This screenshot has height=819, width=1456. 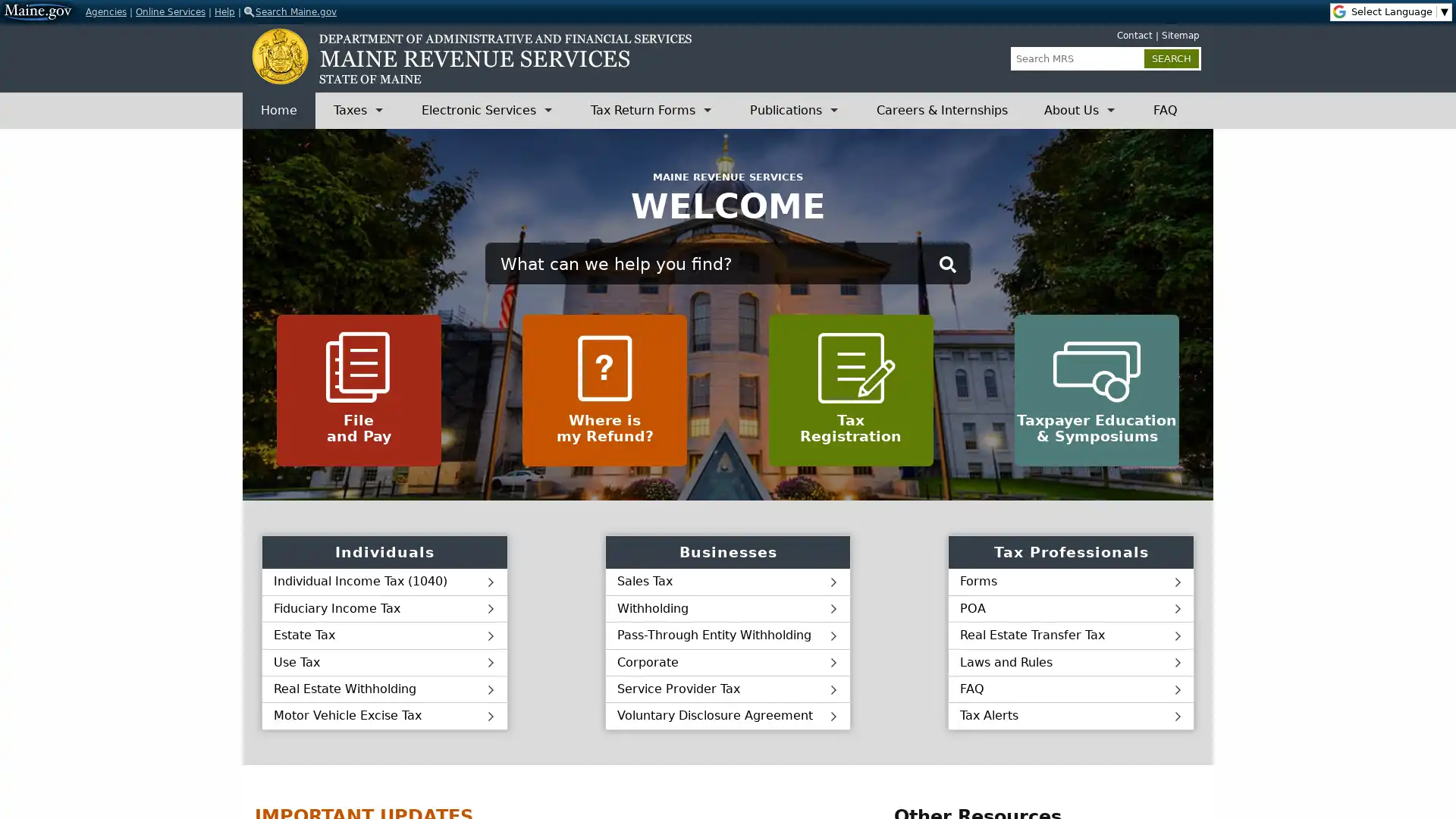 What do you see at coordinates (1171, 58) in the screenshot?
I see `Search` at bounding box center [1171, 58].